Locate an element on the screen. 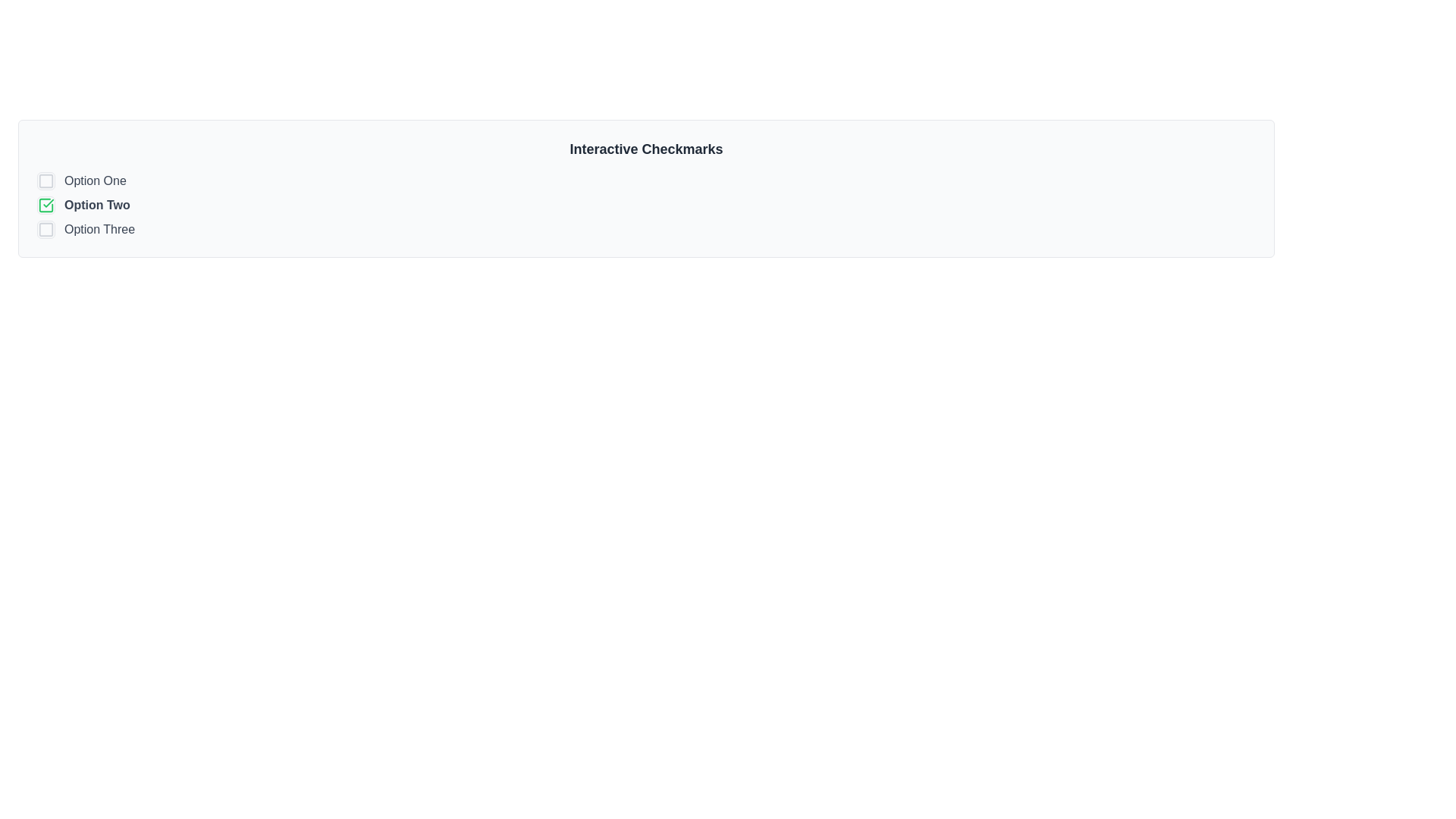 The width and height of the screenshot is (1456, 819). the green checkmark icon that is aligned with the bolded text 'Option Two' is located at coordinates (46, 205).